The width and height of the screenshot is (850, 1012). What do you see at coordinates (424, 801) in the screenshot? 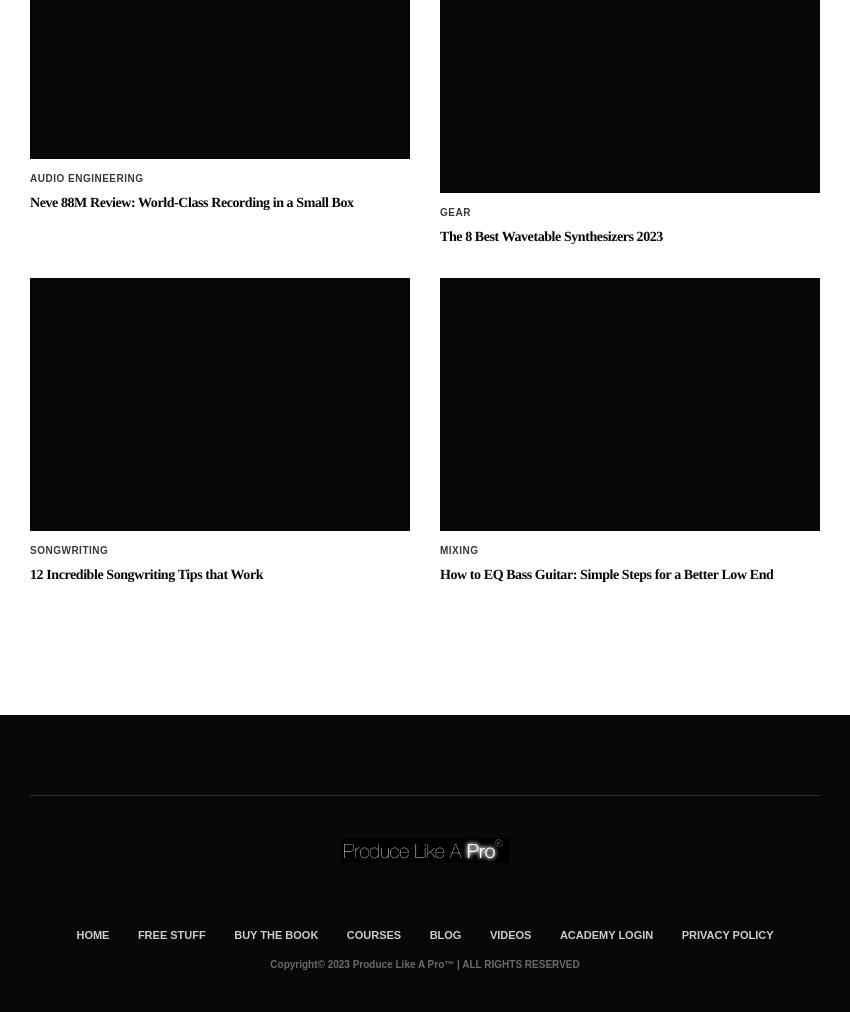
I see `'Copyright© 2023 Produce Like A Pro™ | ALL RIGHTS RESERVED'` at bounding box center [424, 801].